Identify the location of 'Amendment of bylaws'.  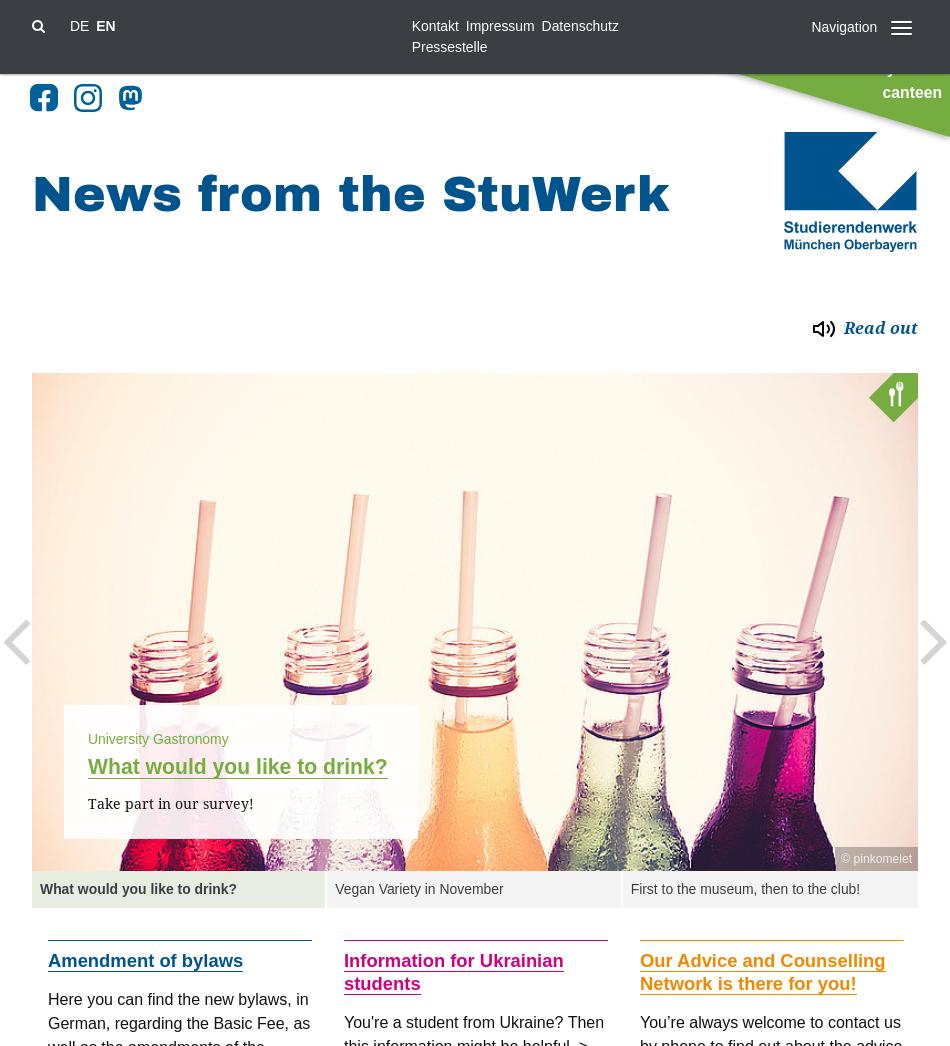
(145, 959).